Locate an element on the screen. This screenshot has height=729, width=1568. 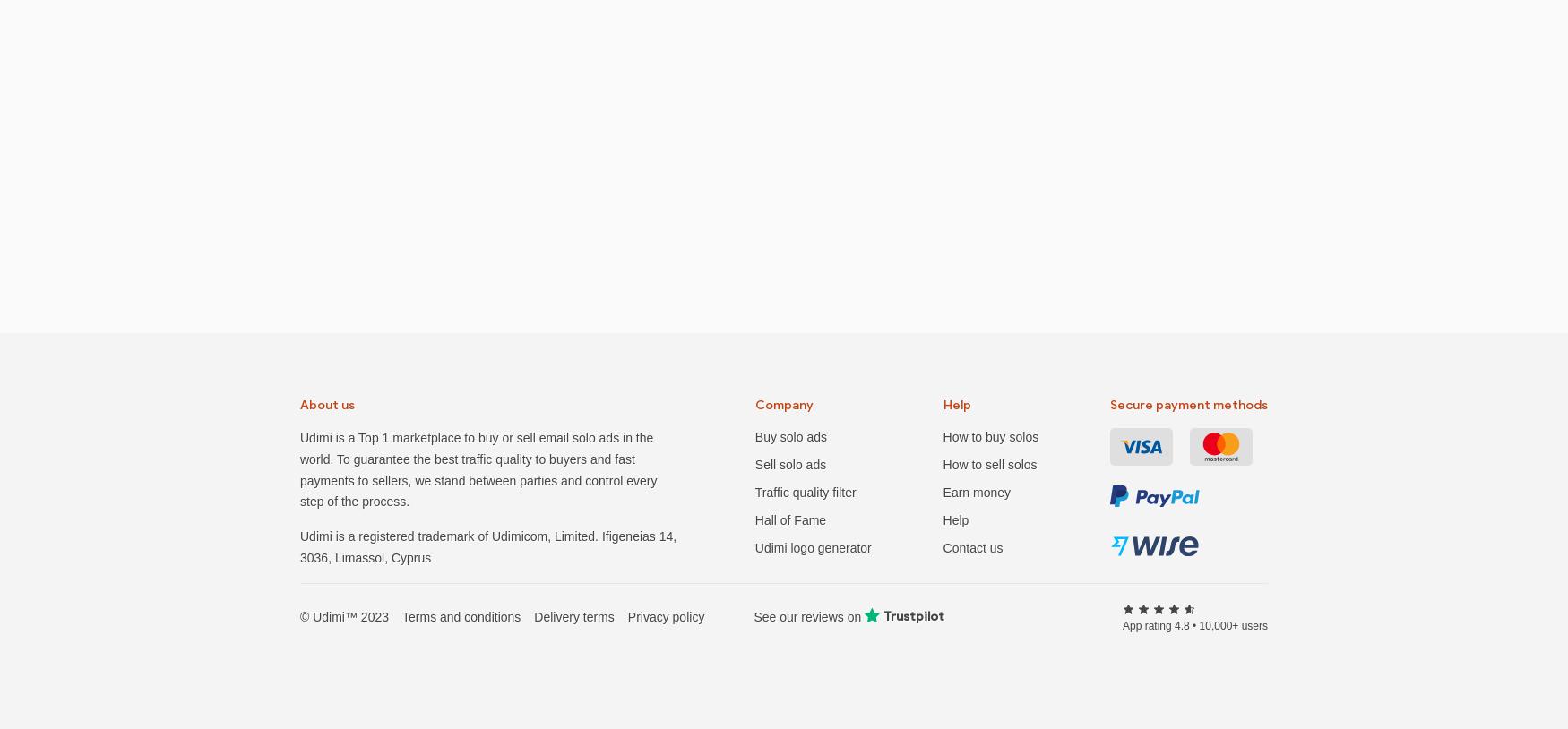
'Hall of Fame' is located at coordinates (789, 519).